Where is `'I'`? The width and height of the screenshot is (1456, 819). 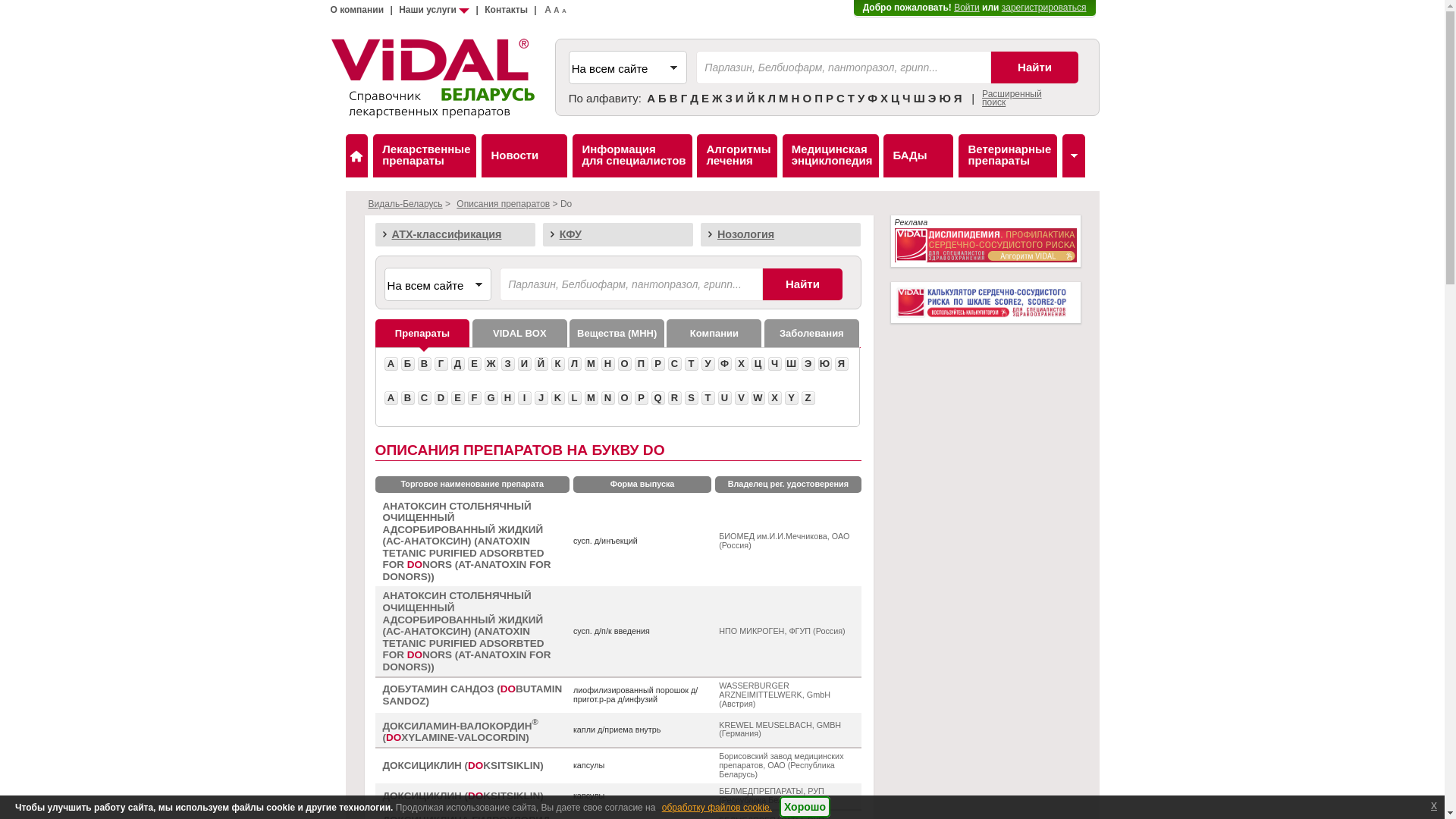 'I' is located at coordinates (524, 397).